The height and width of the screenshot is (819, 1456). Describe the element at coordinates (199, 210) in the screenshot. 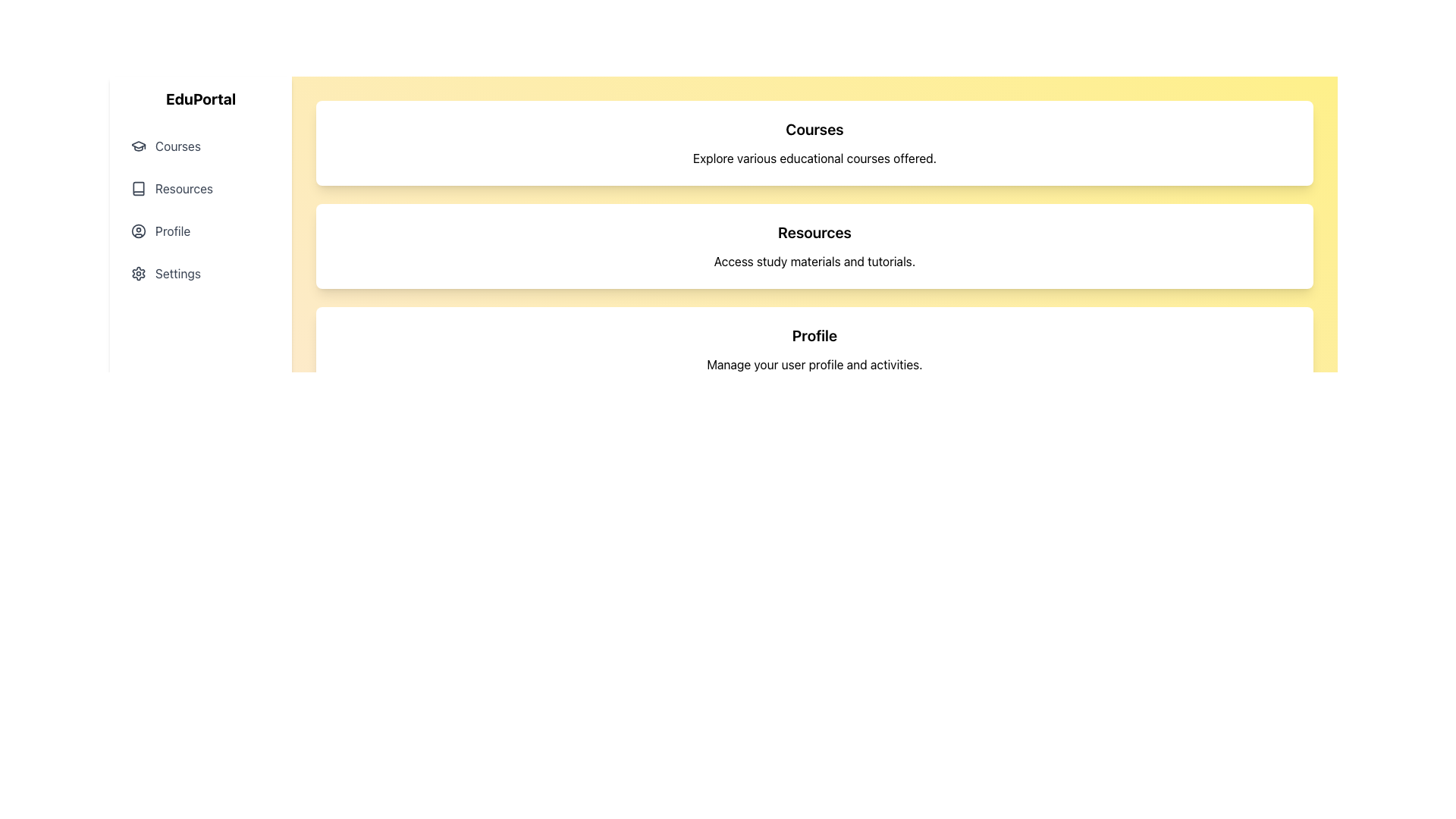

I see `the 'Resources' navigational menu item located in the left-hand navigation drawer, which is the second option in the list` at that location.